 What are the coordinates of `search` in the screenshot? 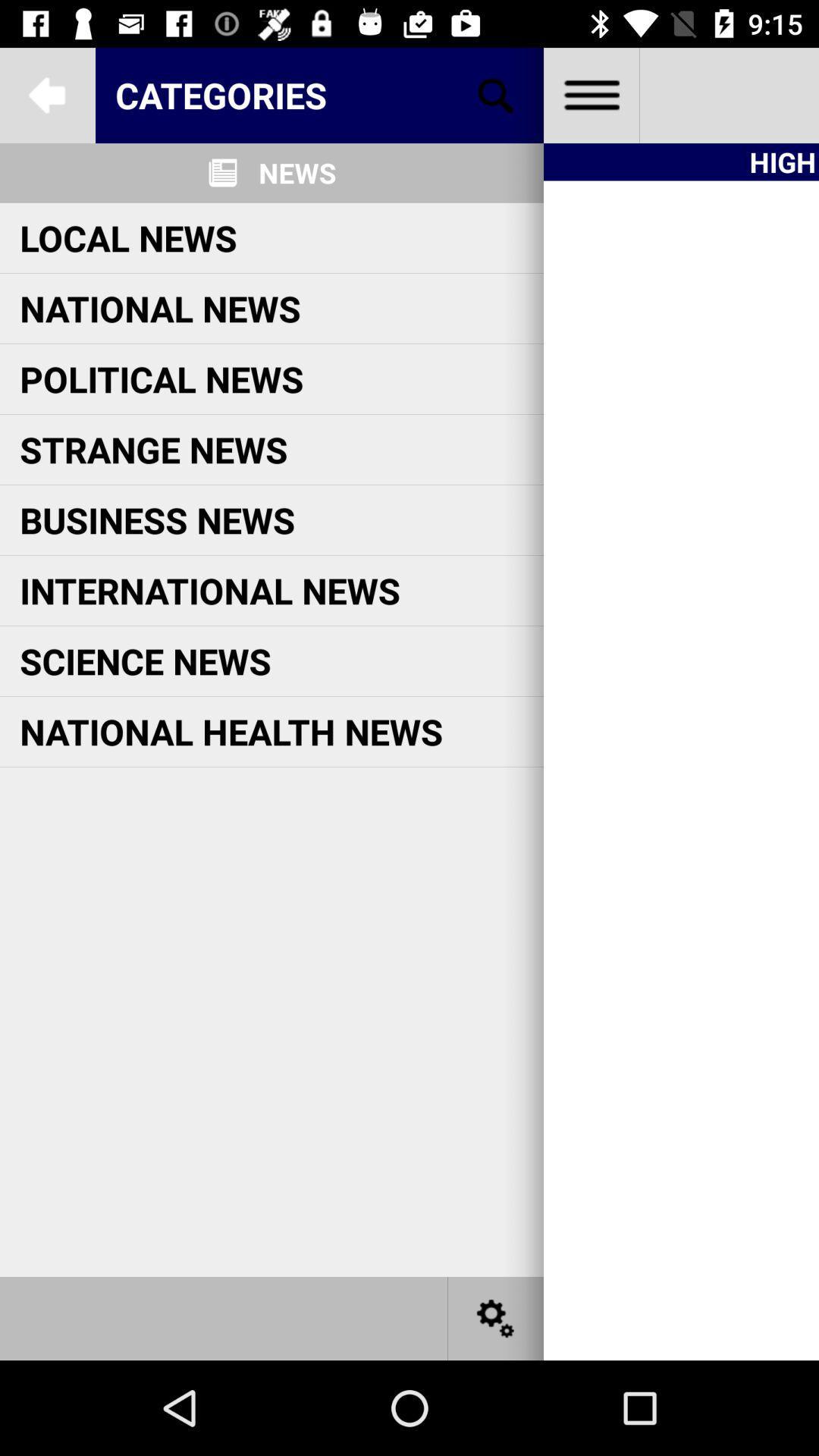 It's located at (496, 94).